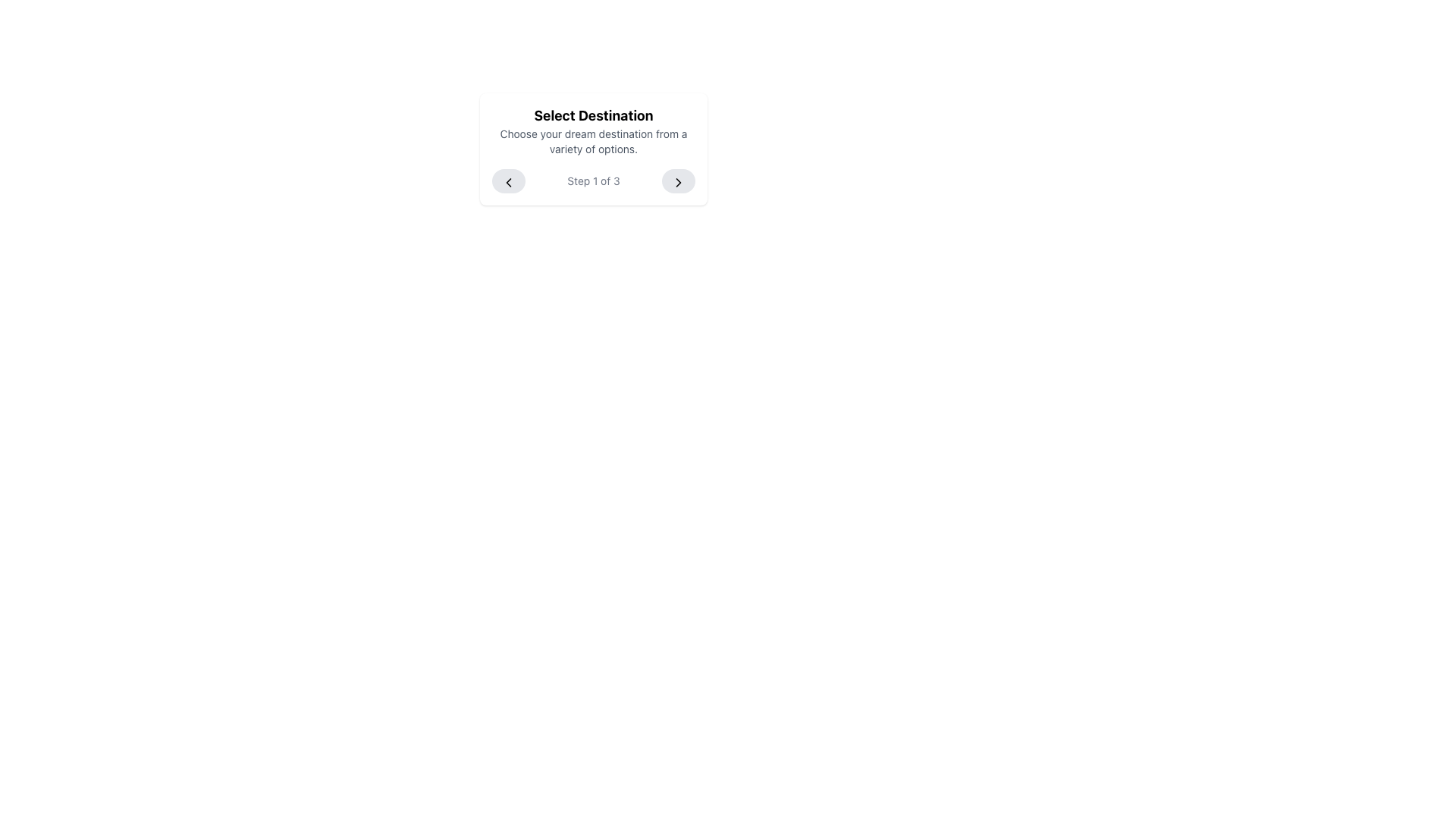 Image resolution: width=1456 pixels, height=819 pixels. I want to click on the right-facing chevron icon located within the circular button on the right-hand side of the card interface, so click(677, 180).